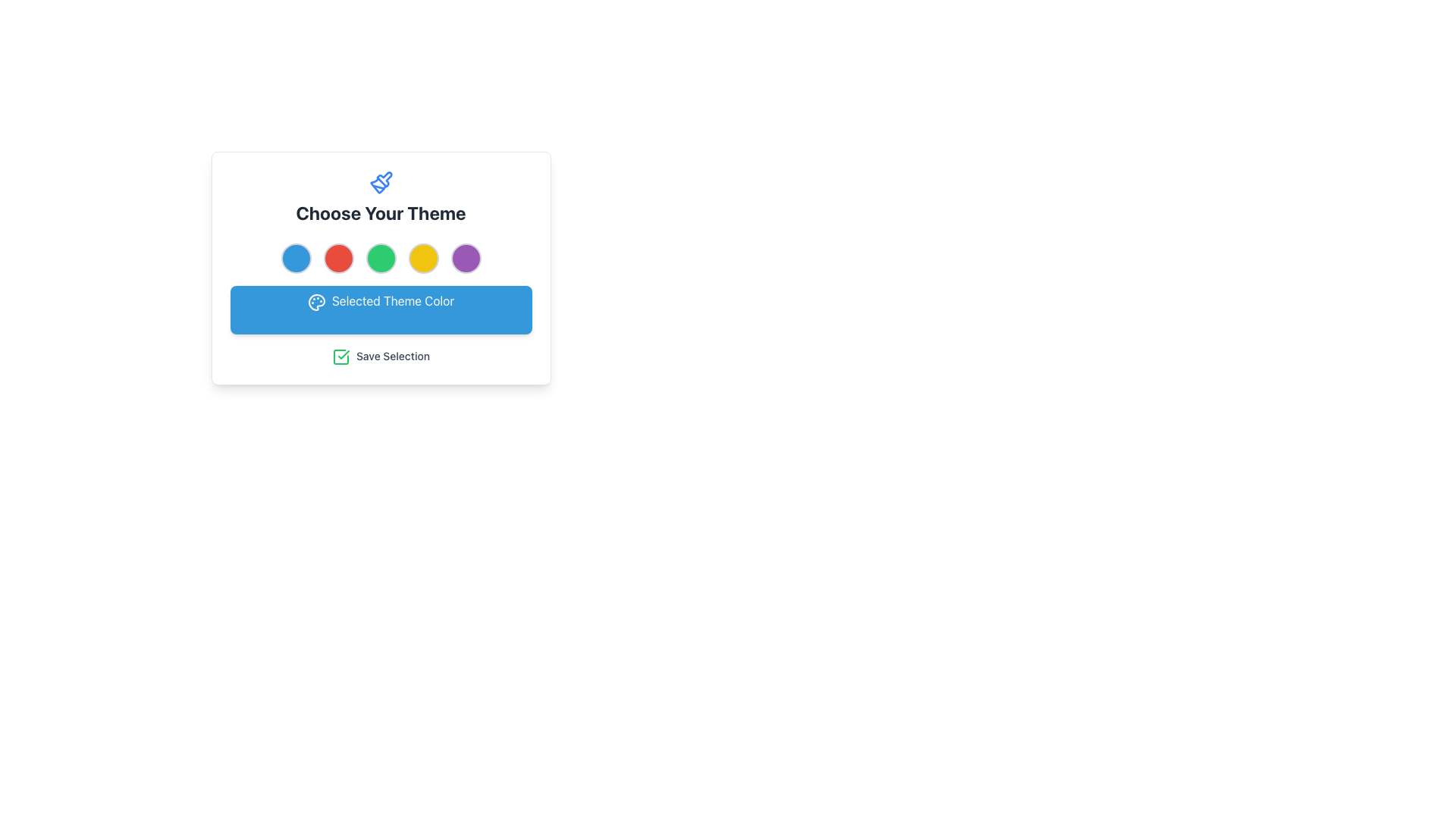 Image resolution: width=1456 pixels, height=819 pixels. What do you see at coordinates (423, 257) in the screenshot?
I see `the fourth circular button for selecting the yellow theme color in the theme selection module, located between the green and purple elements` at bounding box center [423, 257].